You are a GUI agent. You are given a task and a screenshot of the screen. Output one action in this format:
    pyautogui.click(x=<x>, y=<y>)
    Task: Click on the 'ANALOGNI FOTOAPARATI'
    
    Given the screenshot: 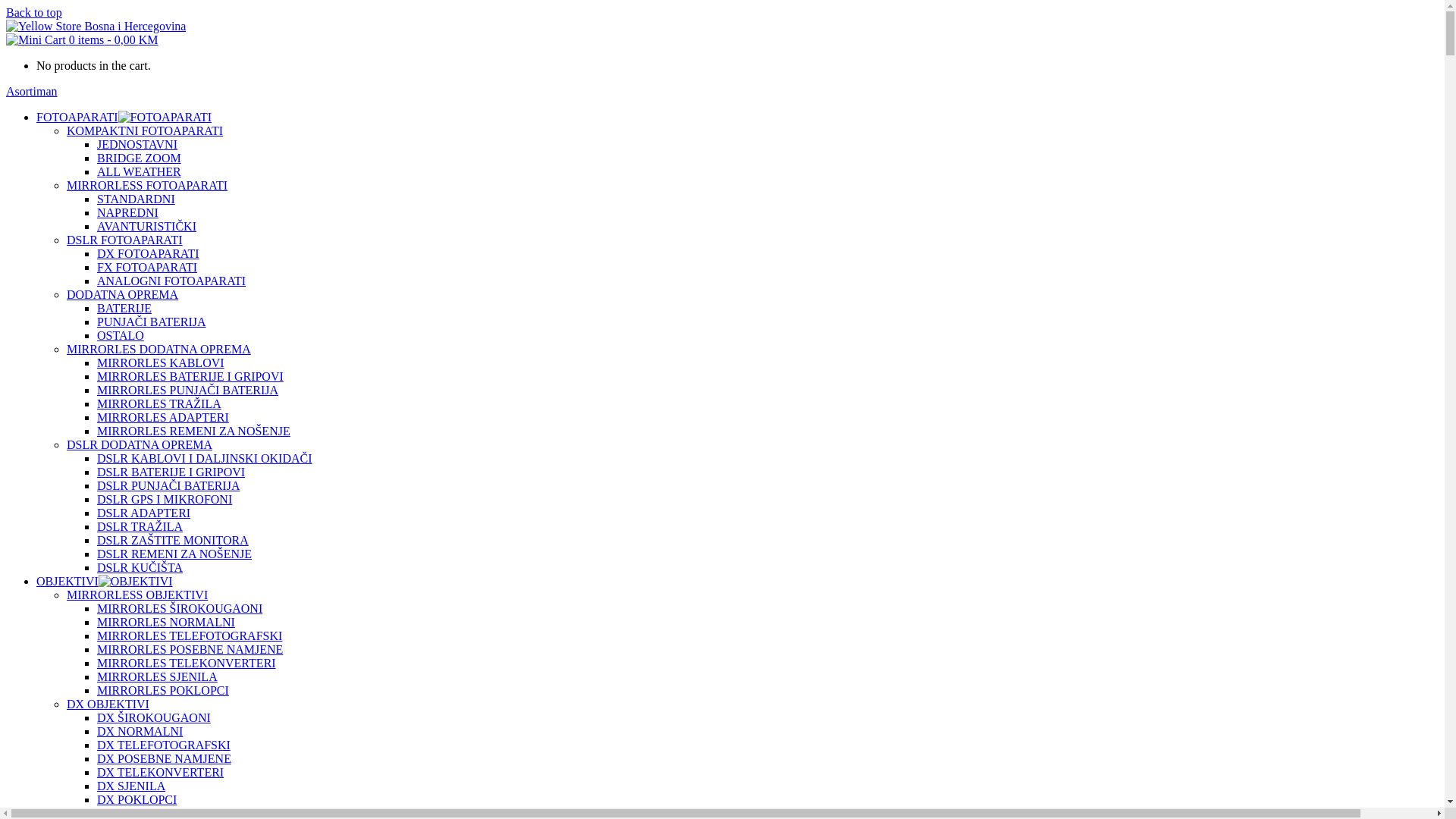 What is the action you would take?
    pyautogui.click(x=171, y=281)
    